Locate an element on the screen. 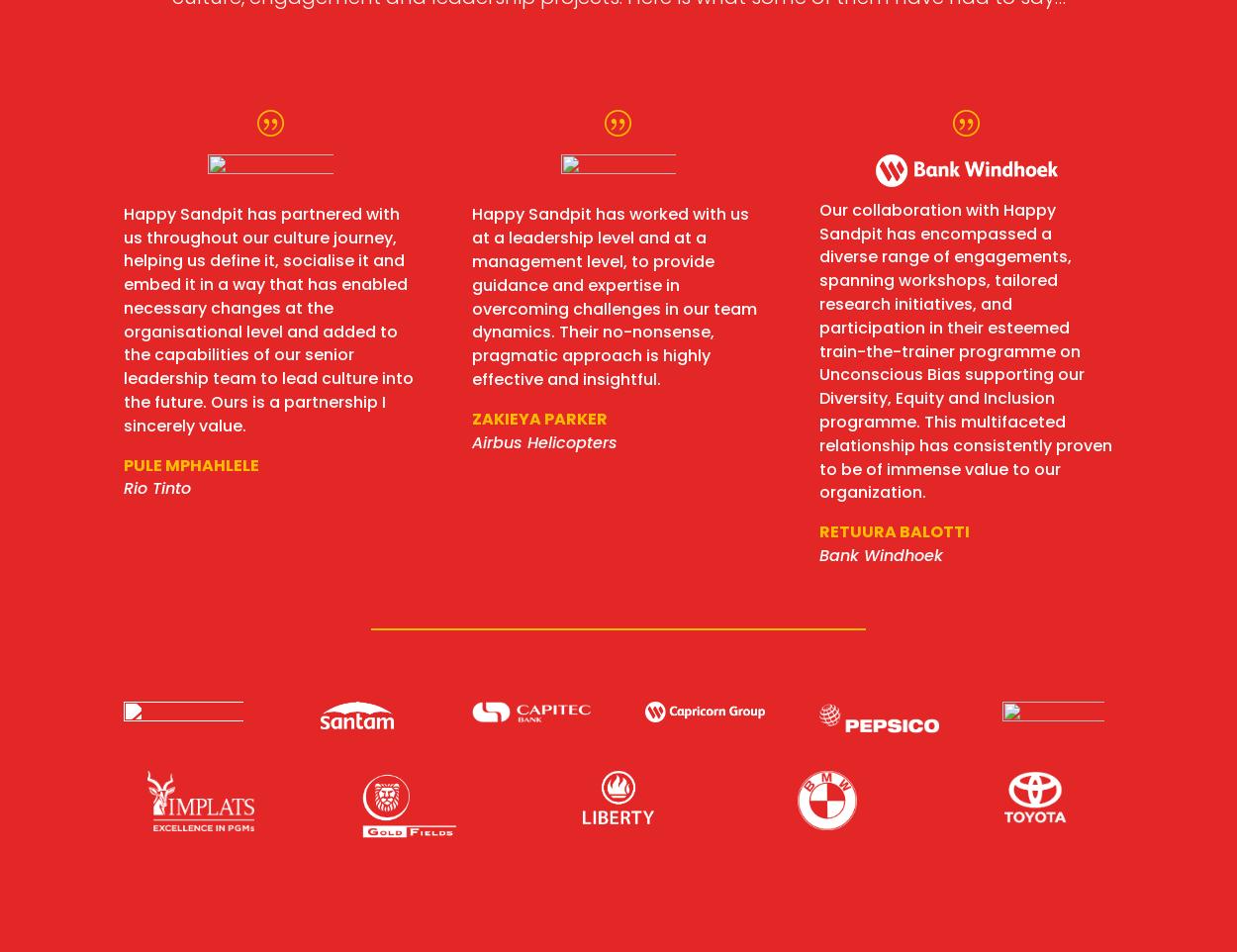 The width and height of the screenshot is (1237, 952). 'Happy Sandpit has partnered with us throughout our culture journey, helping us define it, socialise it and embed it in a way that has enabled necessary changes at the organisational level and added to the capabilities of our senior leadership team to lead culture into the future. Ours is a partnership I sincerely value.' is located at coordinates (268, 318).